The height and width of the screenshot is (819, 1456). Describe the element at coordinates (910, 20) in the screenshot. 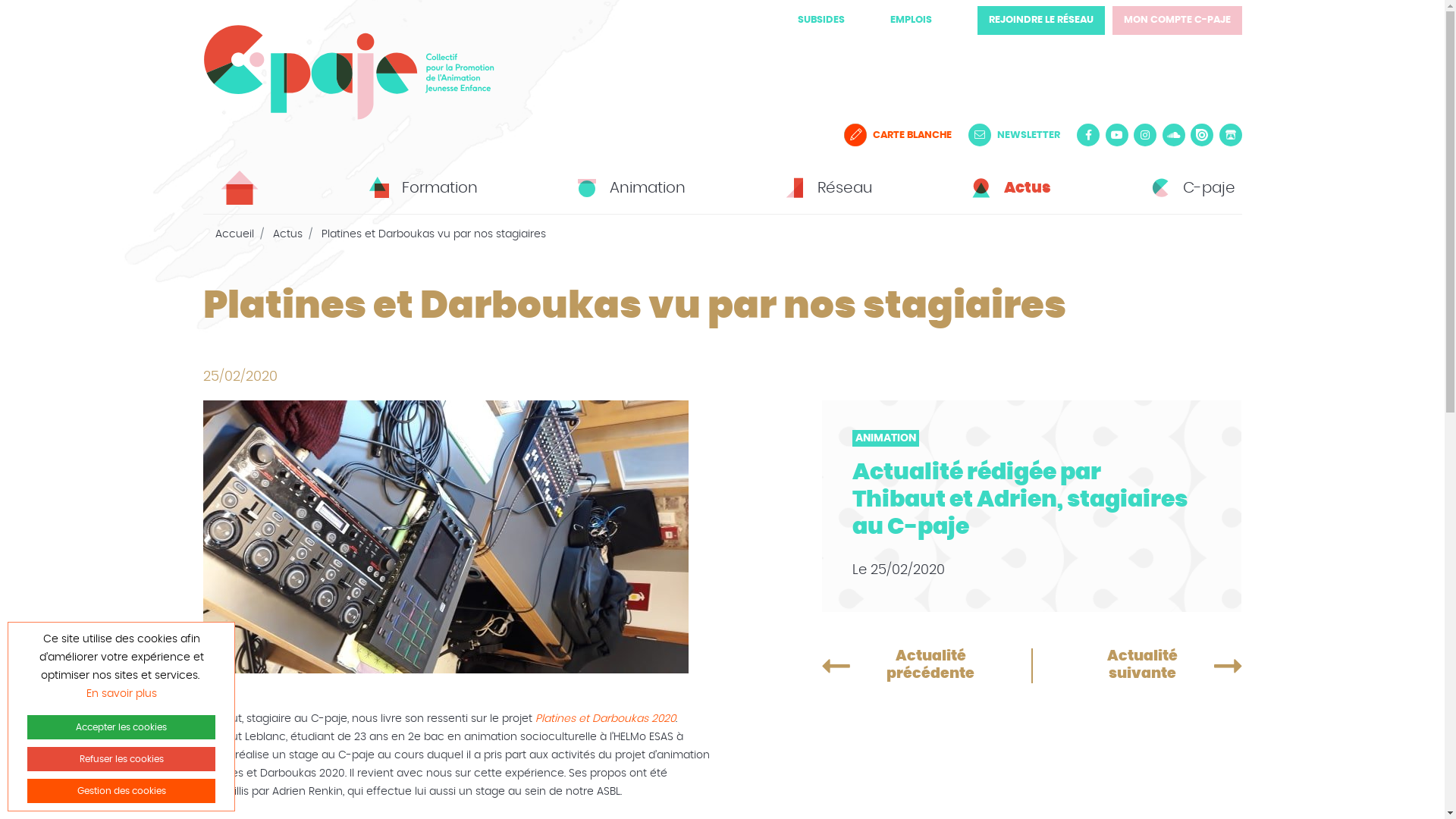

I see `'EMPLOIS'` at that location.